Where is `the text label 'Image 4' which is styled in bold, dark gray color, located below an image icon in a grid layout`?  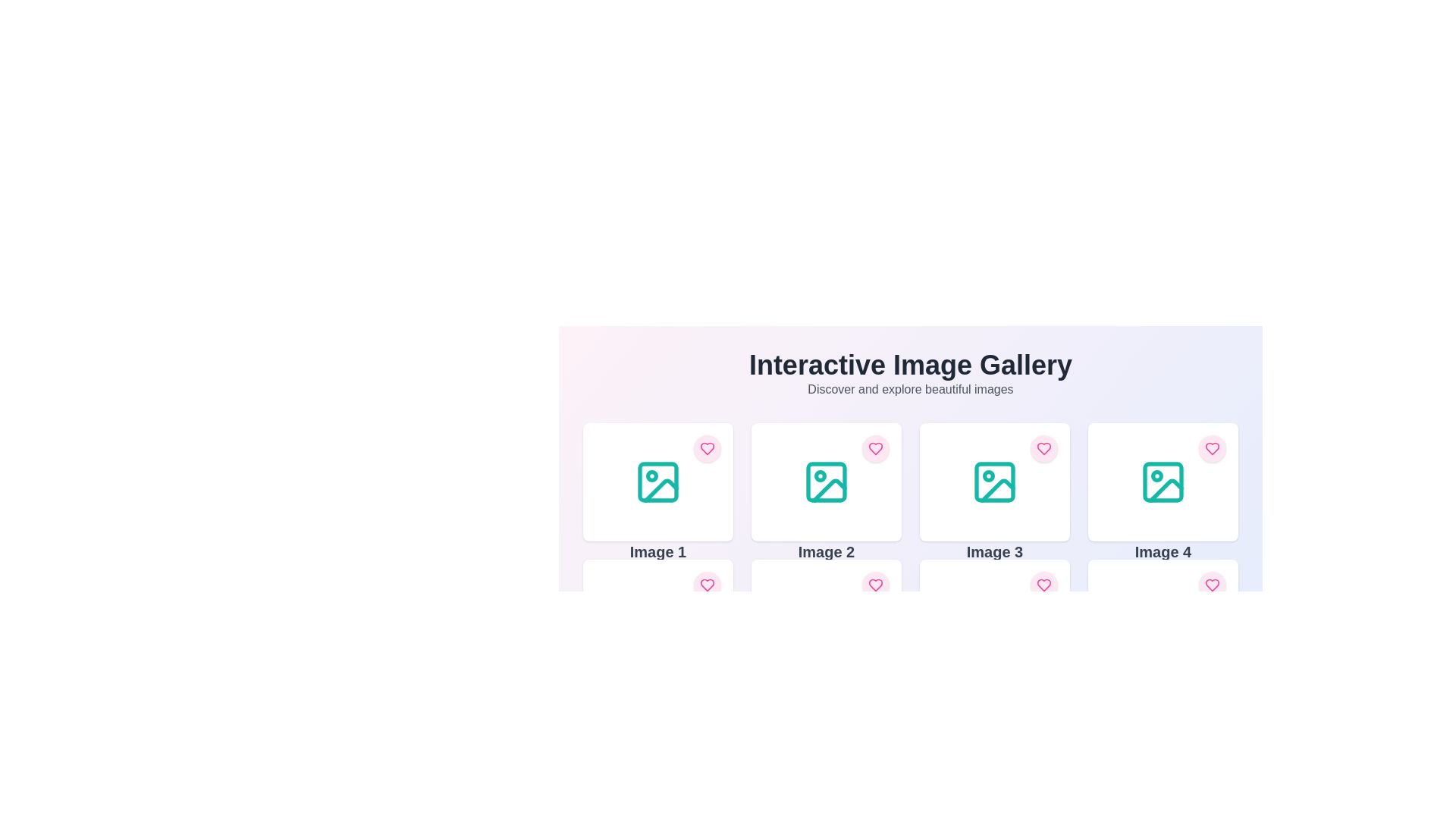
the text label 'Image 4' which is styled in bold, dark gray color, located below an image icon in a grid layout is located at coordinates (1163, 552).